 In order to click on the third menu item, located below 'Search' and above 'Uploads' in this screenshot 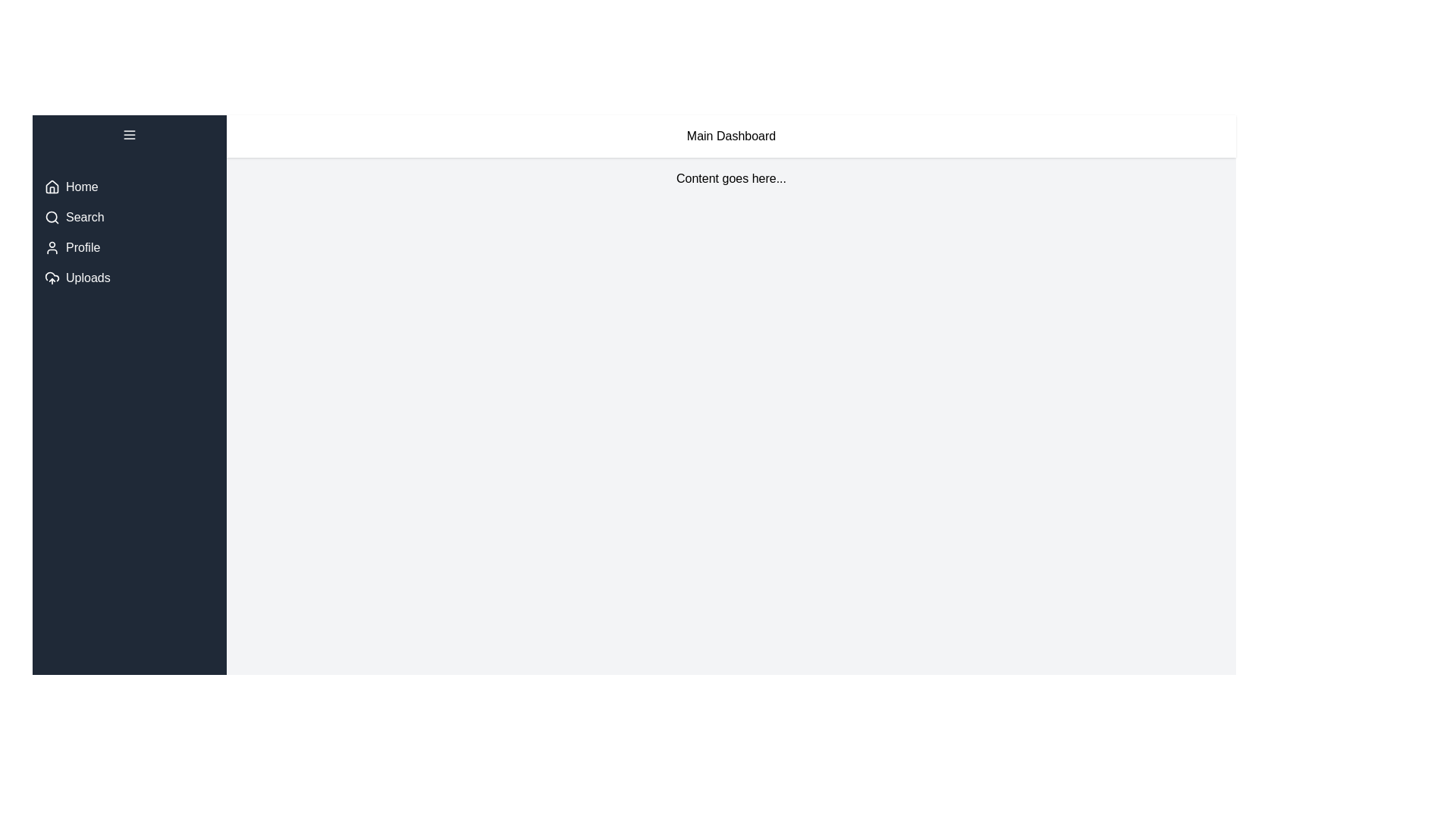, I will do `click(130, 247)`.